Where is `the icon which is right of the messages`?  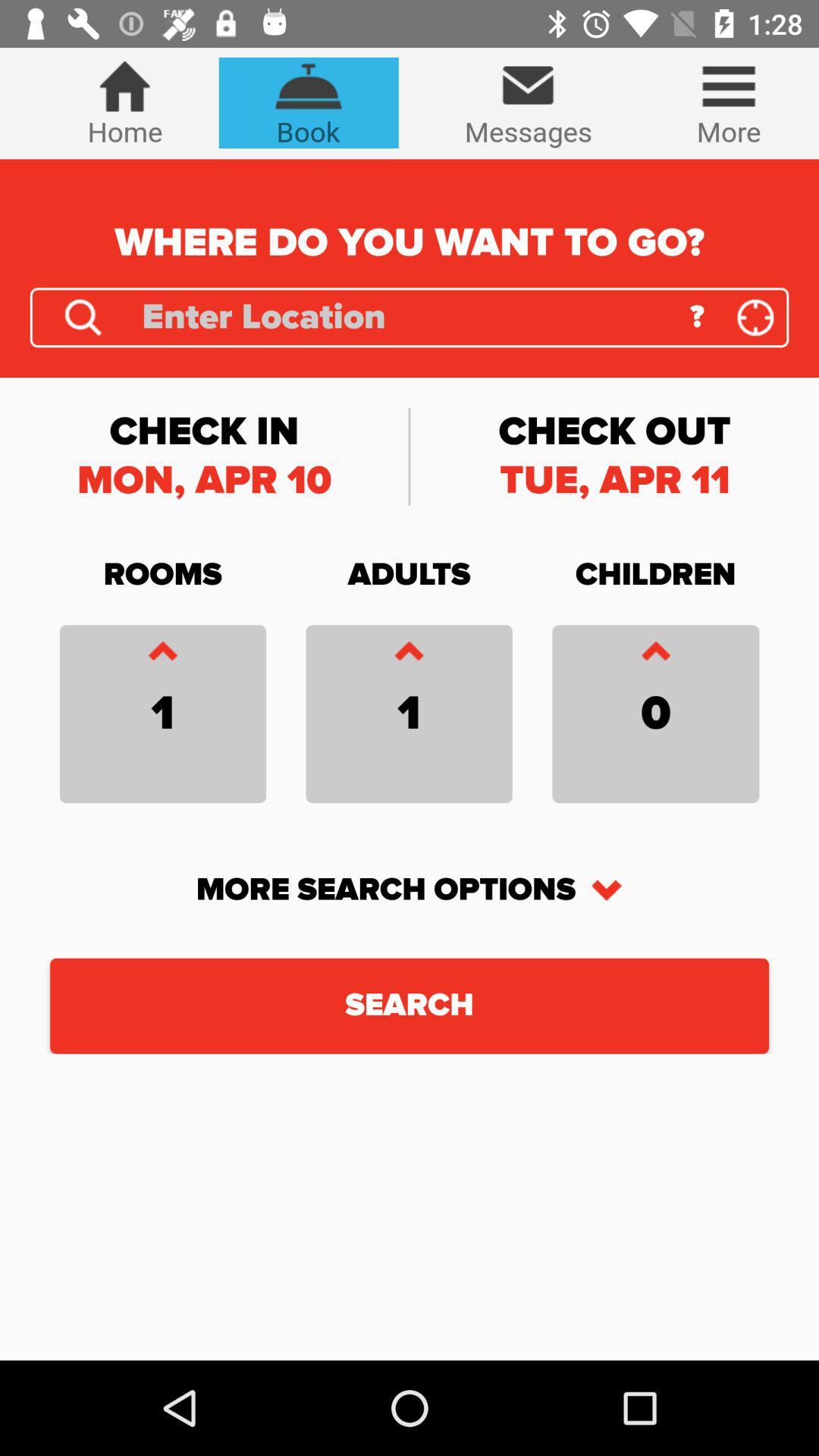 the icon which is right of the messages is located at coordinates (728, 102).